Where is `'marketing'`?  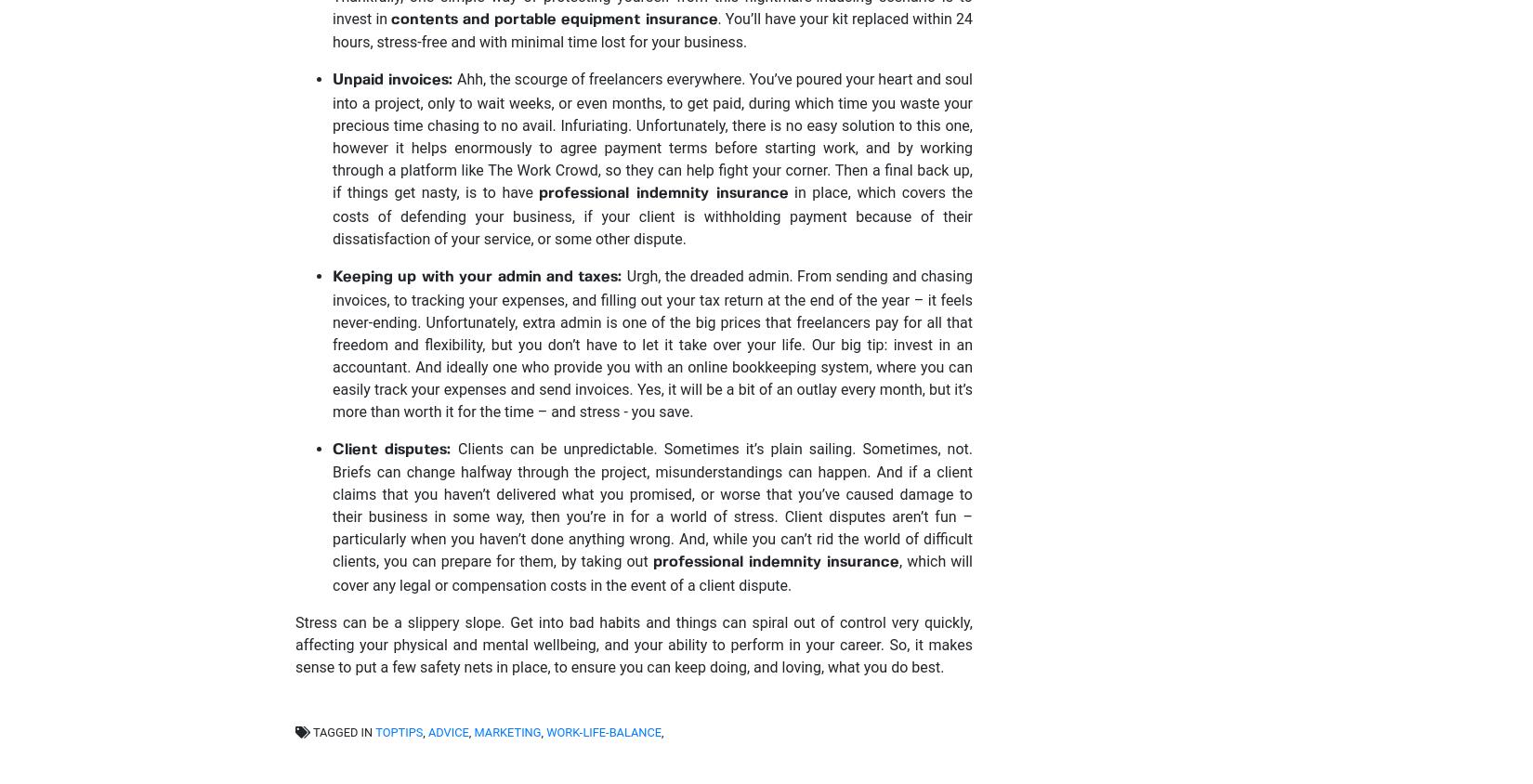 'marketing' is located at coordinates (505, 732).